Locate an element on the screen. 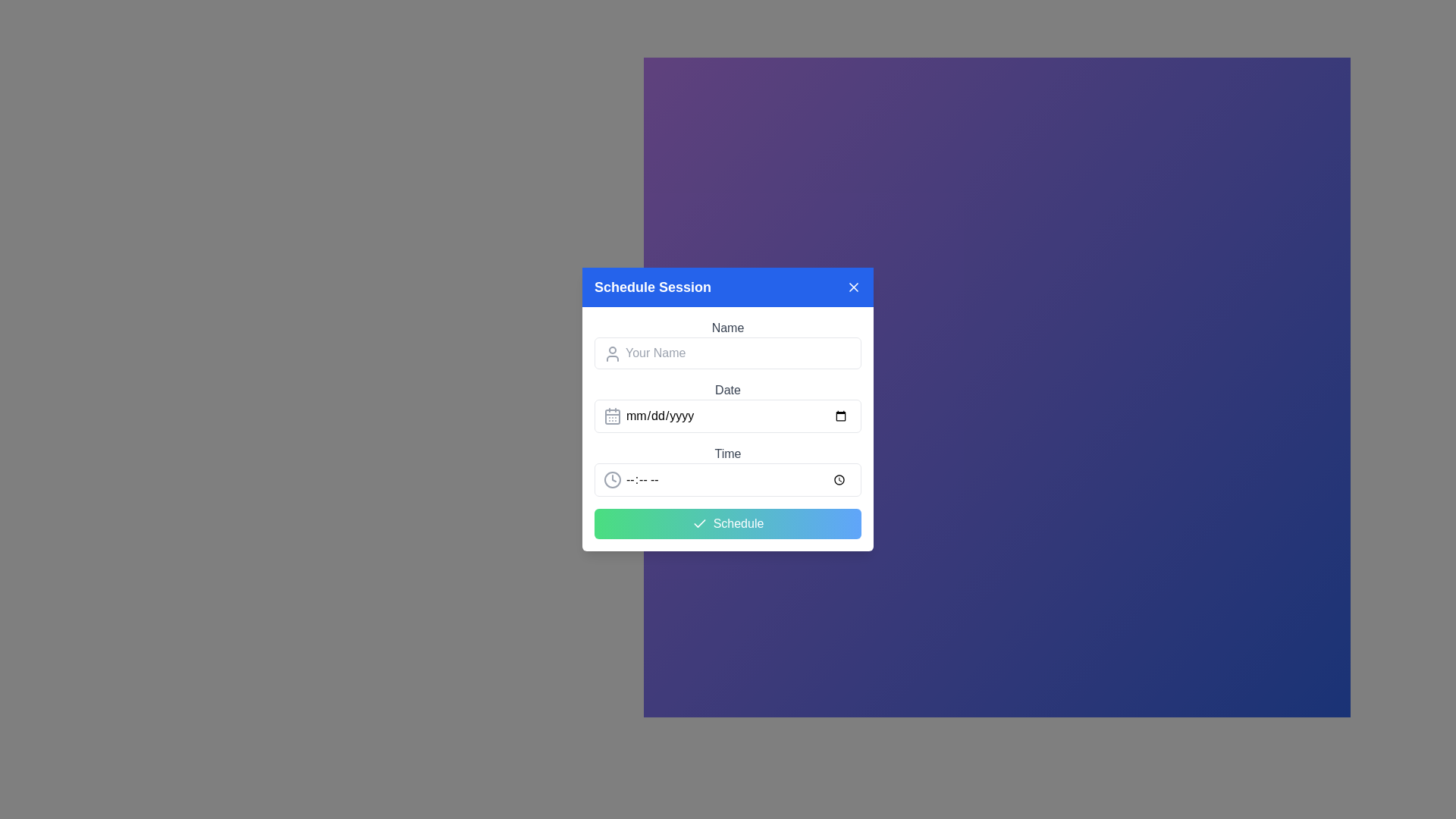 This screenshot has width=1456, height=819. the checkmark icon inside the 'Schedule' button is located at coordinates (698, 522).